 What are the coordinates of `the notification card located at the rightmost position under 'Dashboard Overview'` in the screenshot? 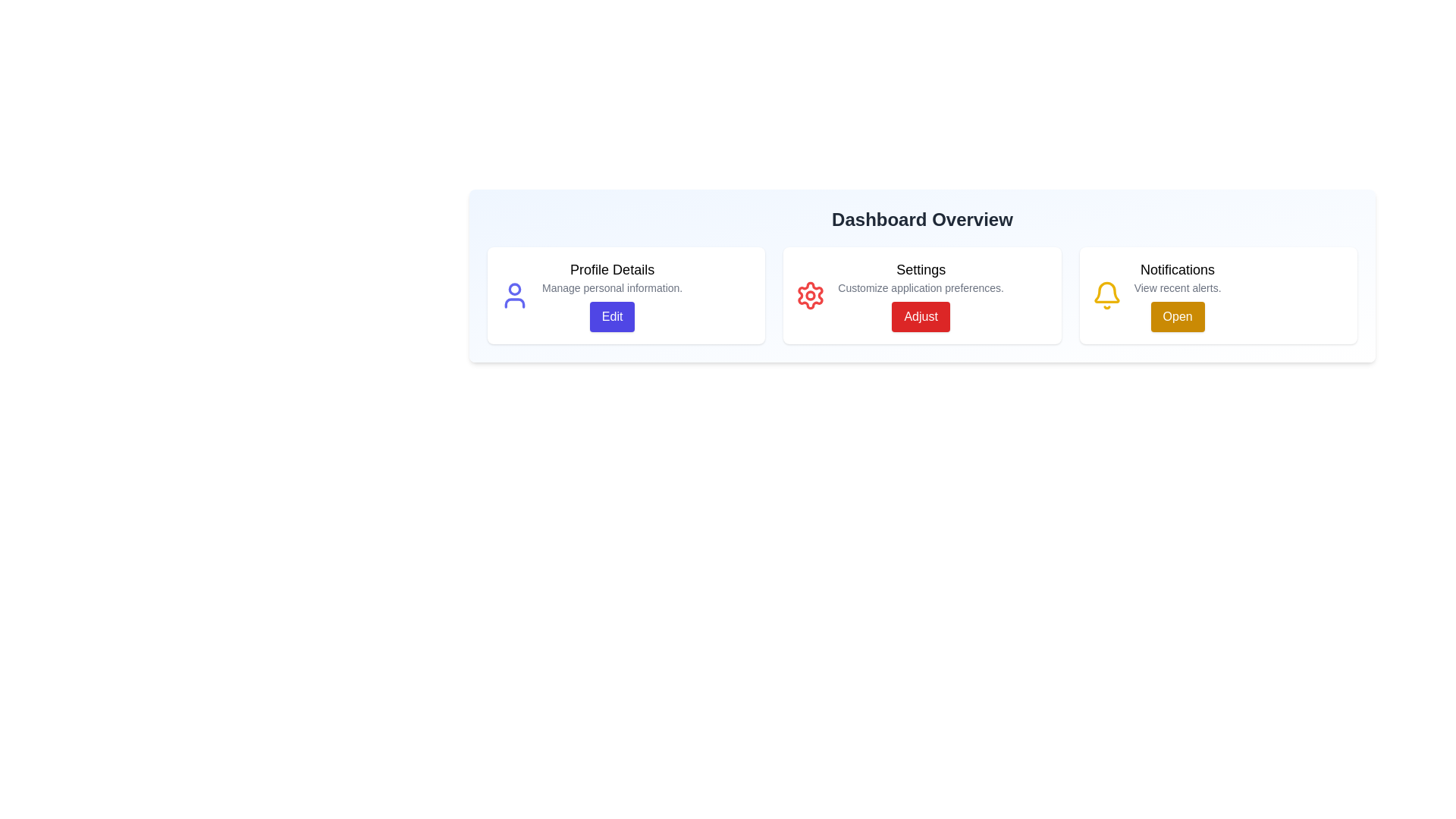 It's located at (1218, 295).